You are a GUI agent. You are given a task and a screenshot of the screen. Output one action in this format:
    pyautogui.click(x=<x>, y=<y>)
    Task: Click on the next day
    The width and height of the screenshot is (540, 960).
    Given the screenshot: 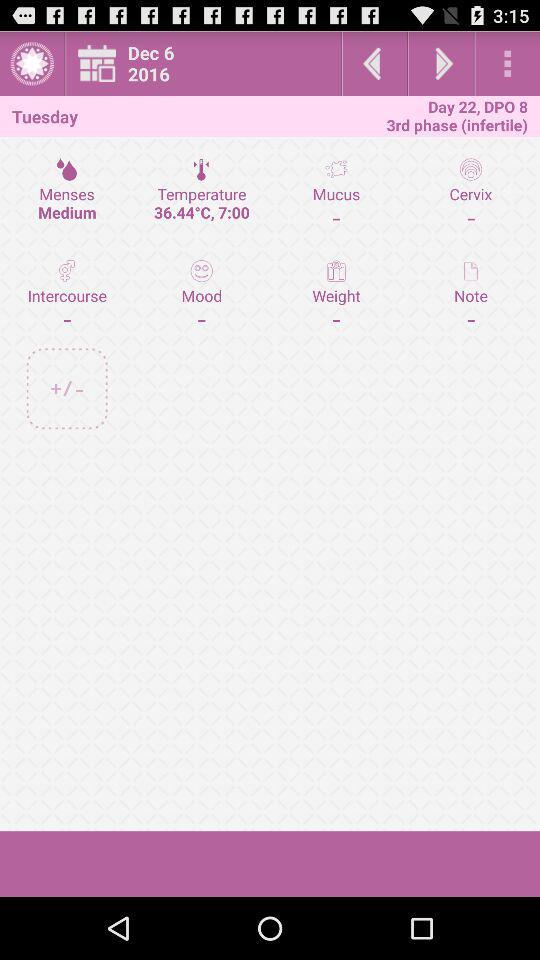 What is the action you would take?
    pyautogui.click(x=441, y=63)
    